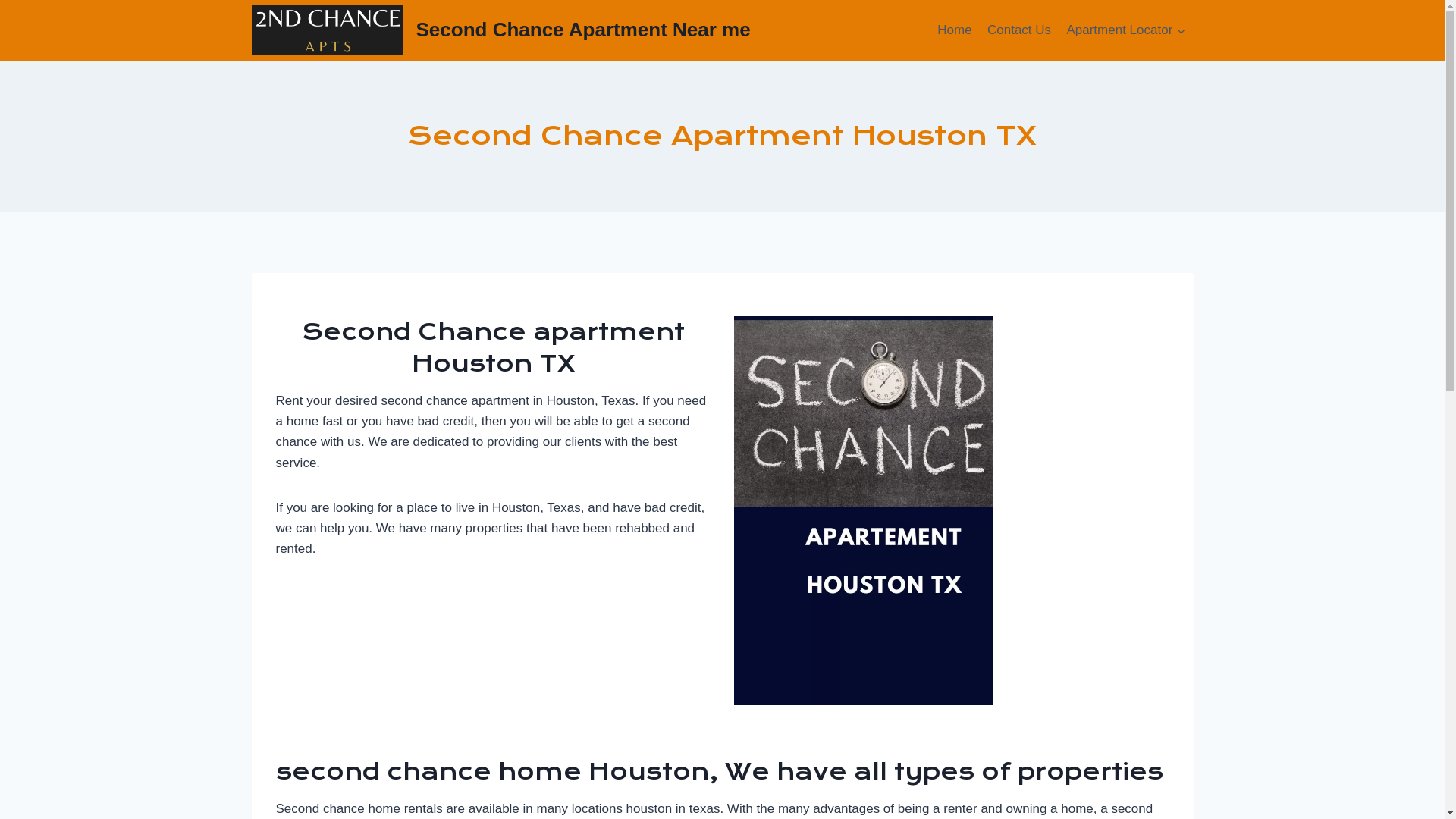 The height and width of the screenshot is (819, 1456). I want to click on 'Apartment Locator', so click(1125, 30).